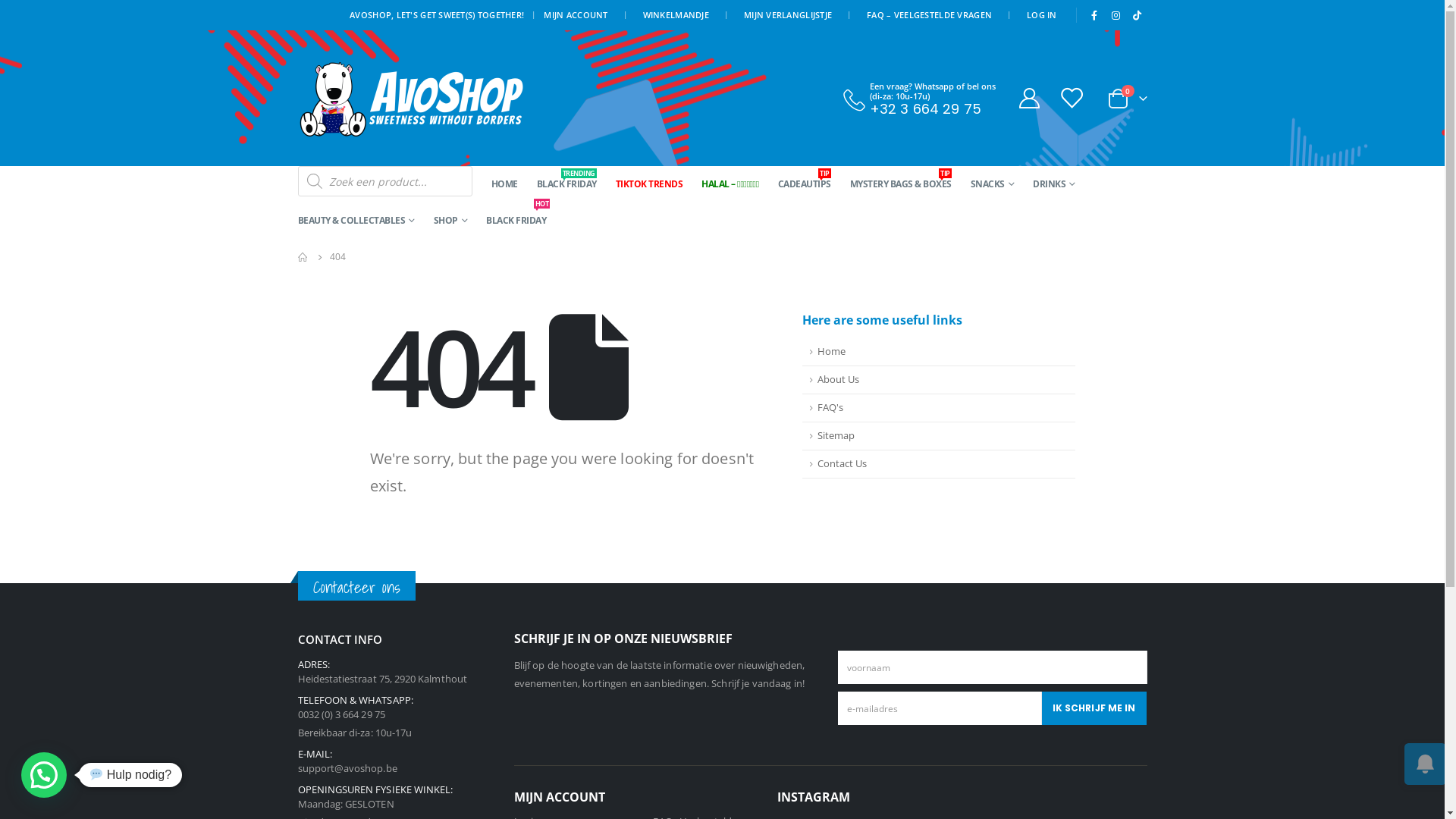 The height and width of the screenshot is (819, 1456). I want to click on 'Go to Home Page', so click(302, 256).